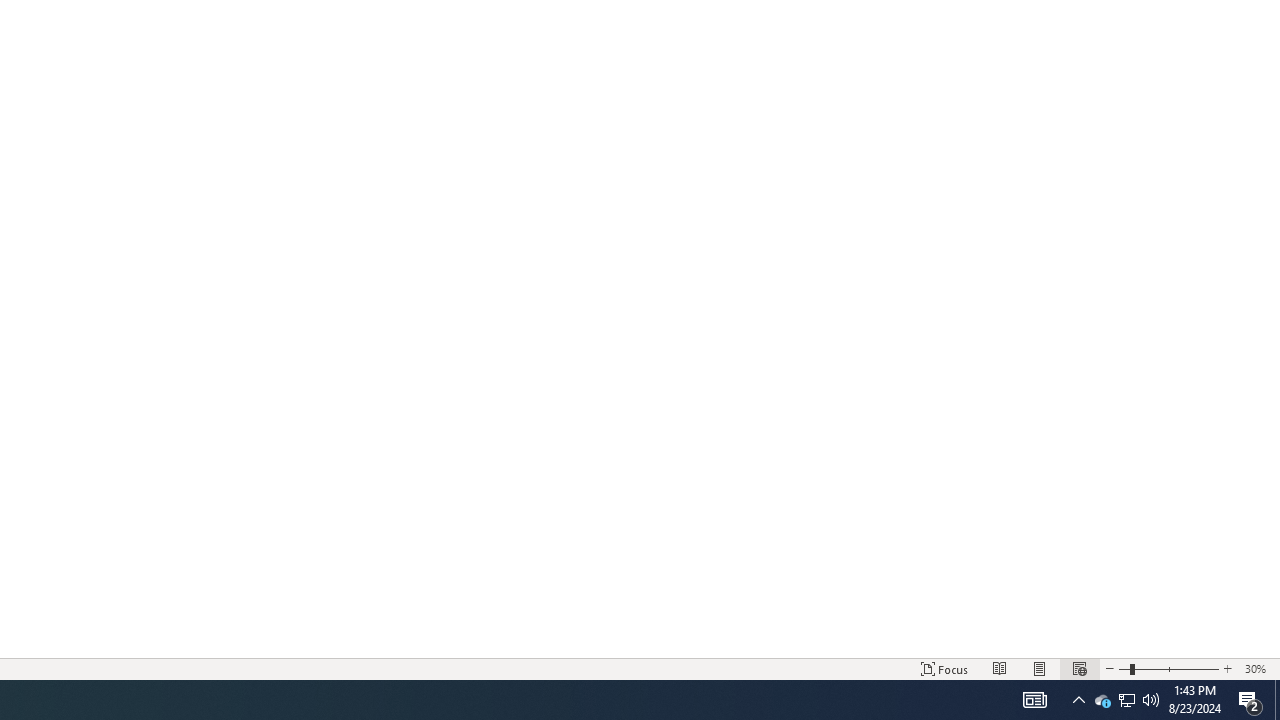  I want to click on 'Focus ', so click(943, 669).